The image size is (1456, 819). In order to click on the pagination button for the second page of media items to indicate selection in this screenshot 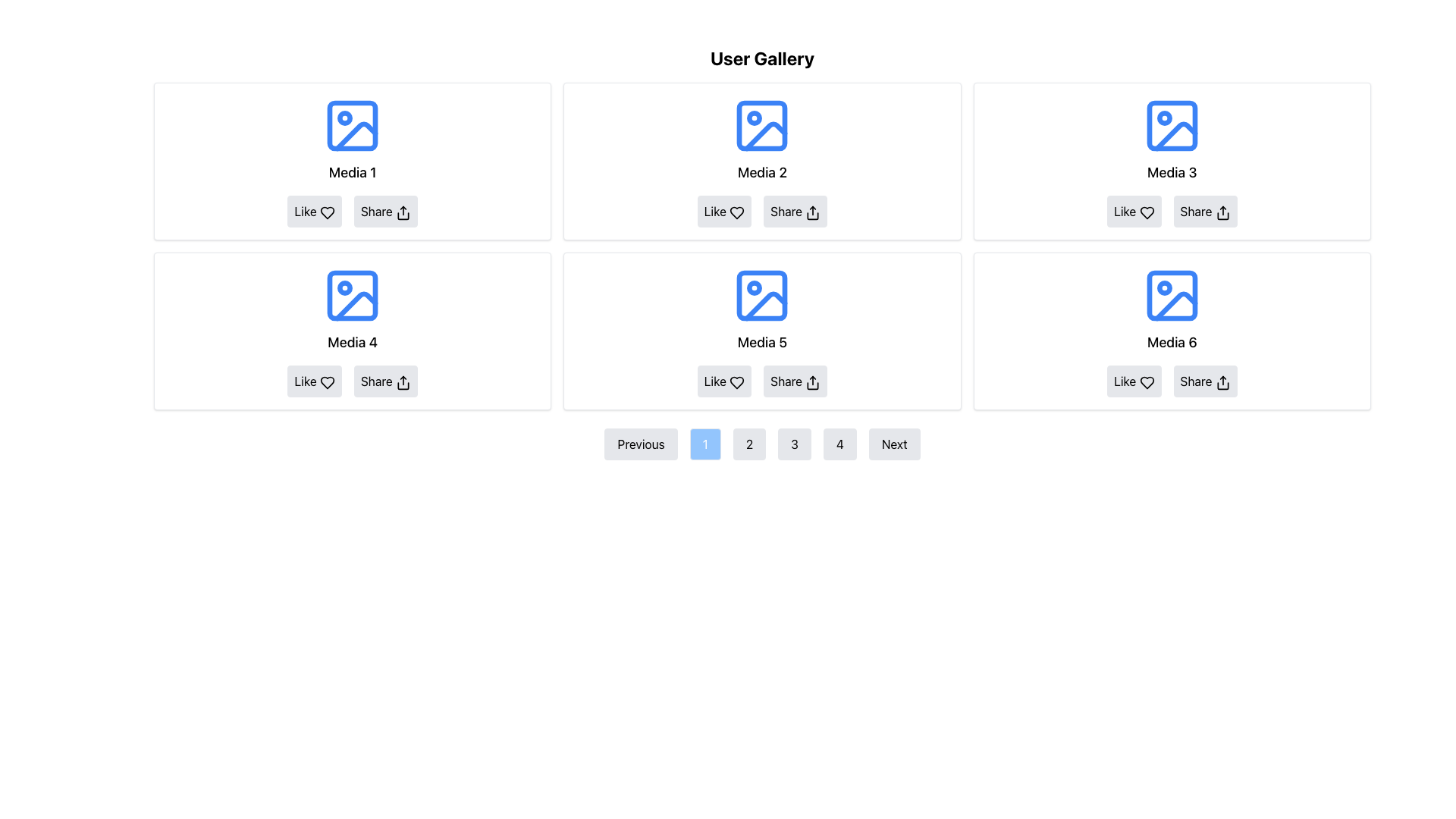, I will do `click(749, 444)`.